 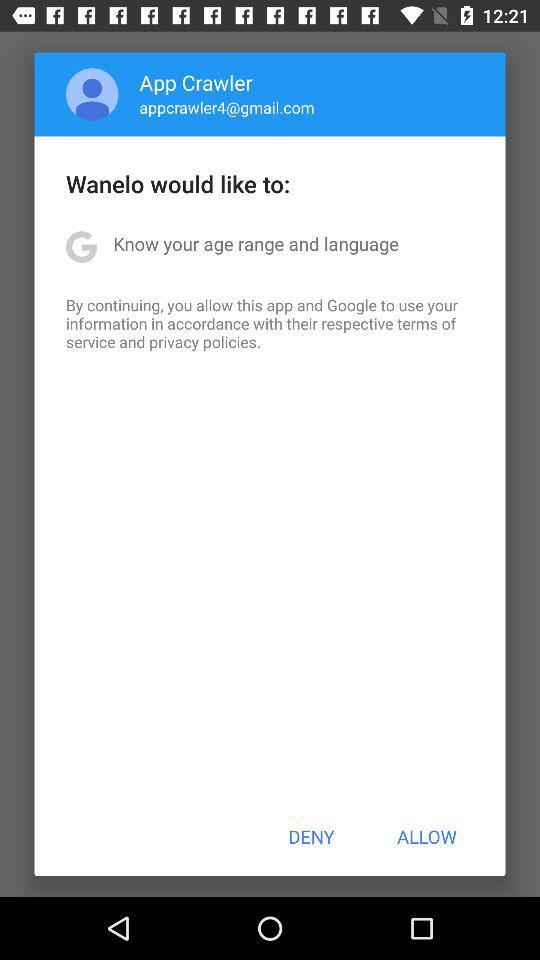 What do you see at coordinates (311, 836) in the screenshot?
I see `the deny item` at bounding box center [311, 836].